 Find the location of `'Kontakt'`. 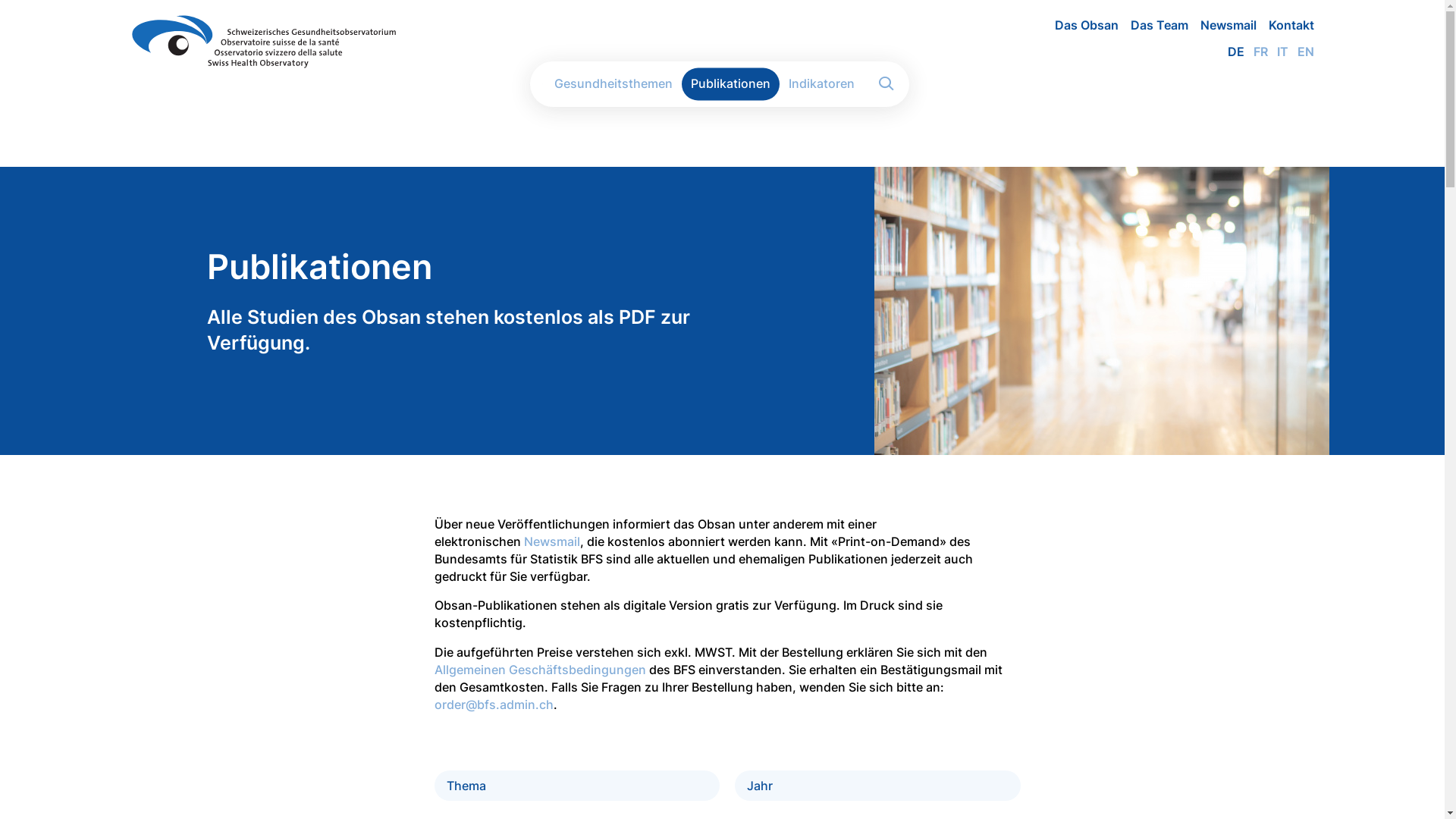

'Kontakt' is located at coordinates (1284, 25).